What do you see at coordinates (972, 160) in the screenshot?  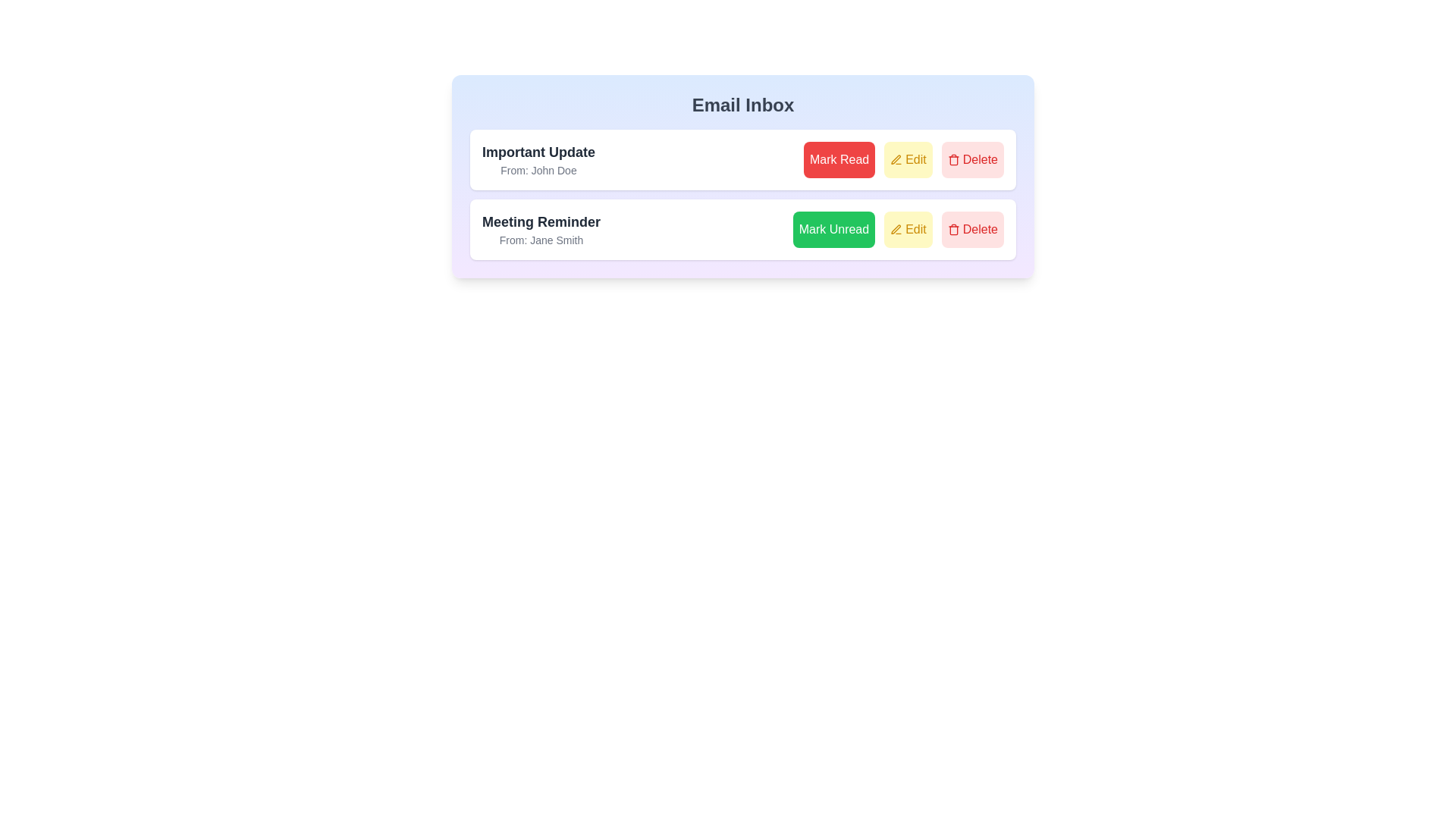 I see `the delete button for the email with subject 'Important Update'` at bounding box center [972, 160].